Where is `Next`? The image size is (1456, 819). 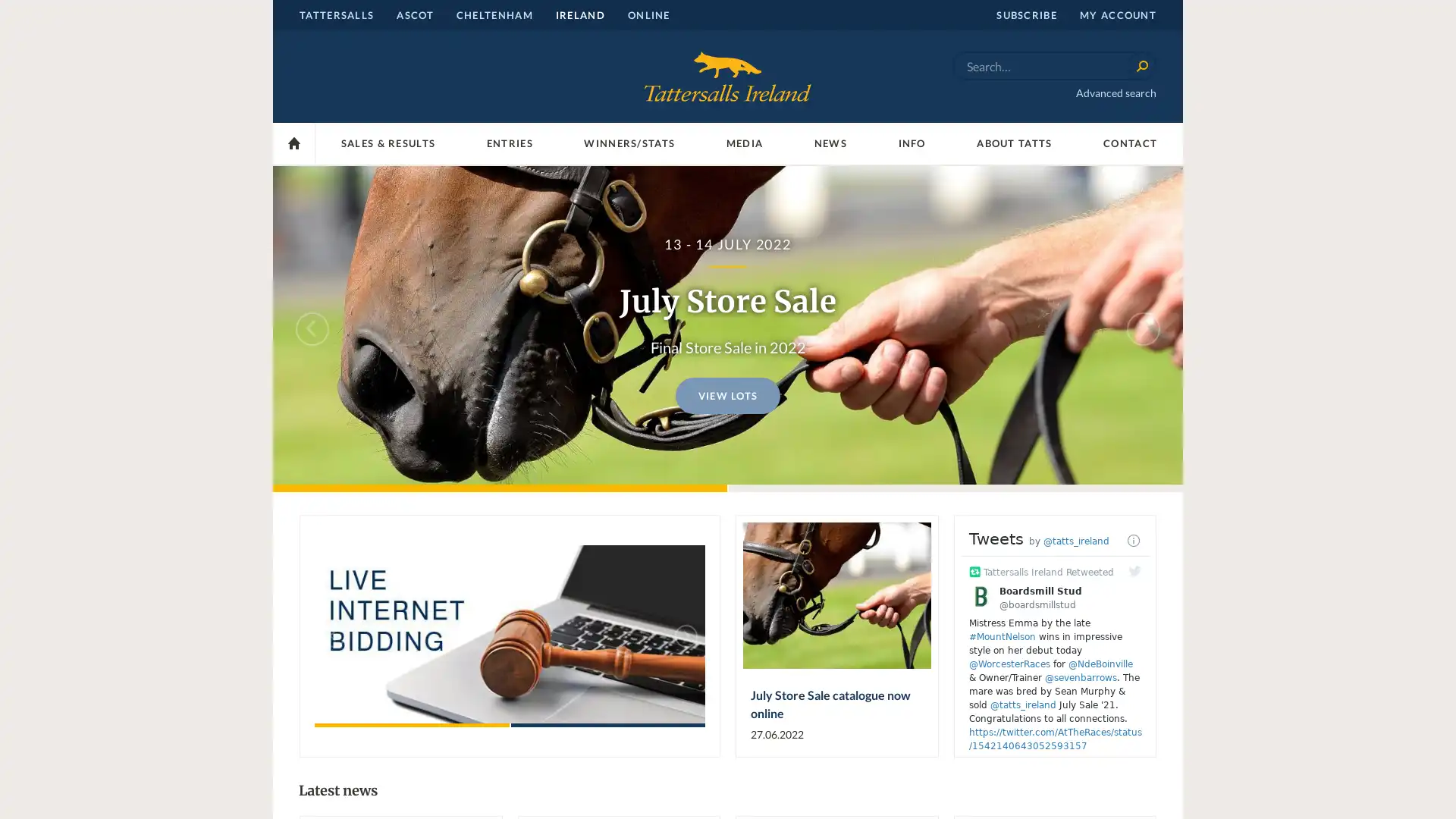 Next is located at coordinates (1143, 328).